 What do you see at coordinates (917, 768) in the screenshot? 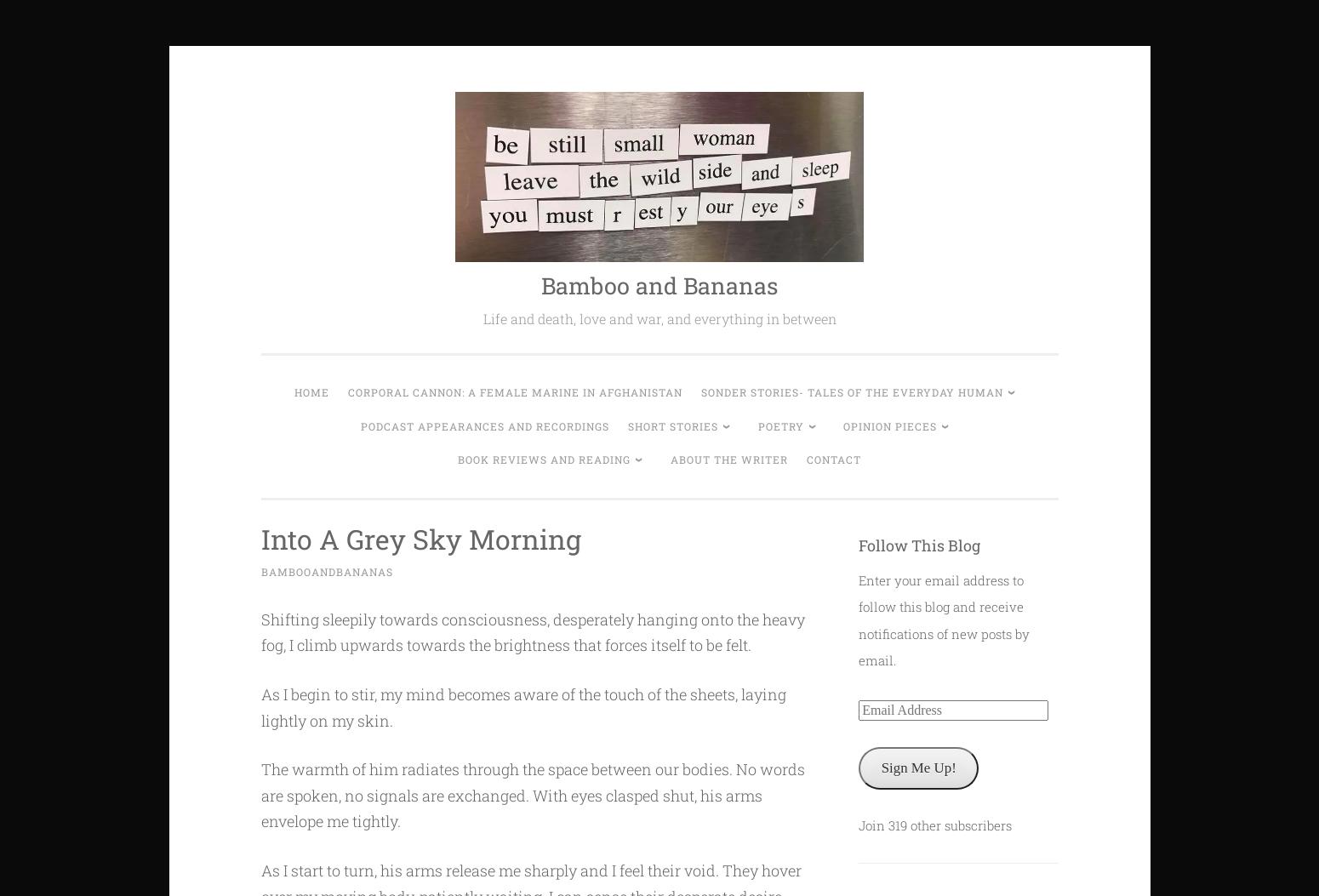
I see `'Sign Me Up!'` at bounding box center [917, 768].